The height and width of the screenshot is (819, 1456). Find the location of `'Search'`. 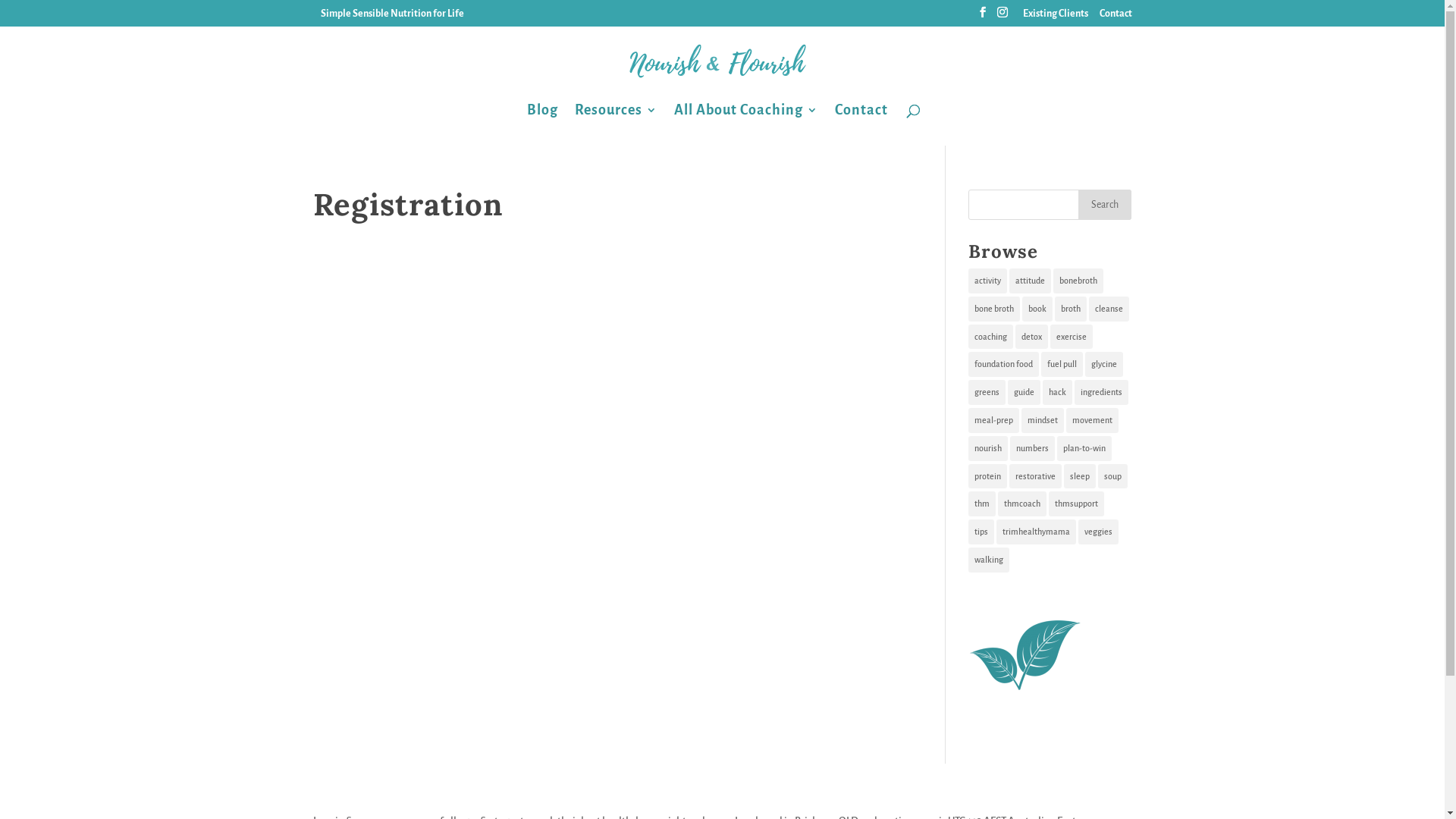

'Search' is located at coordinates (1105, 205).